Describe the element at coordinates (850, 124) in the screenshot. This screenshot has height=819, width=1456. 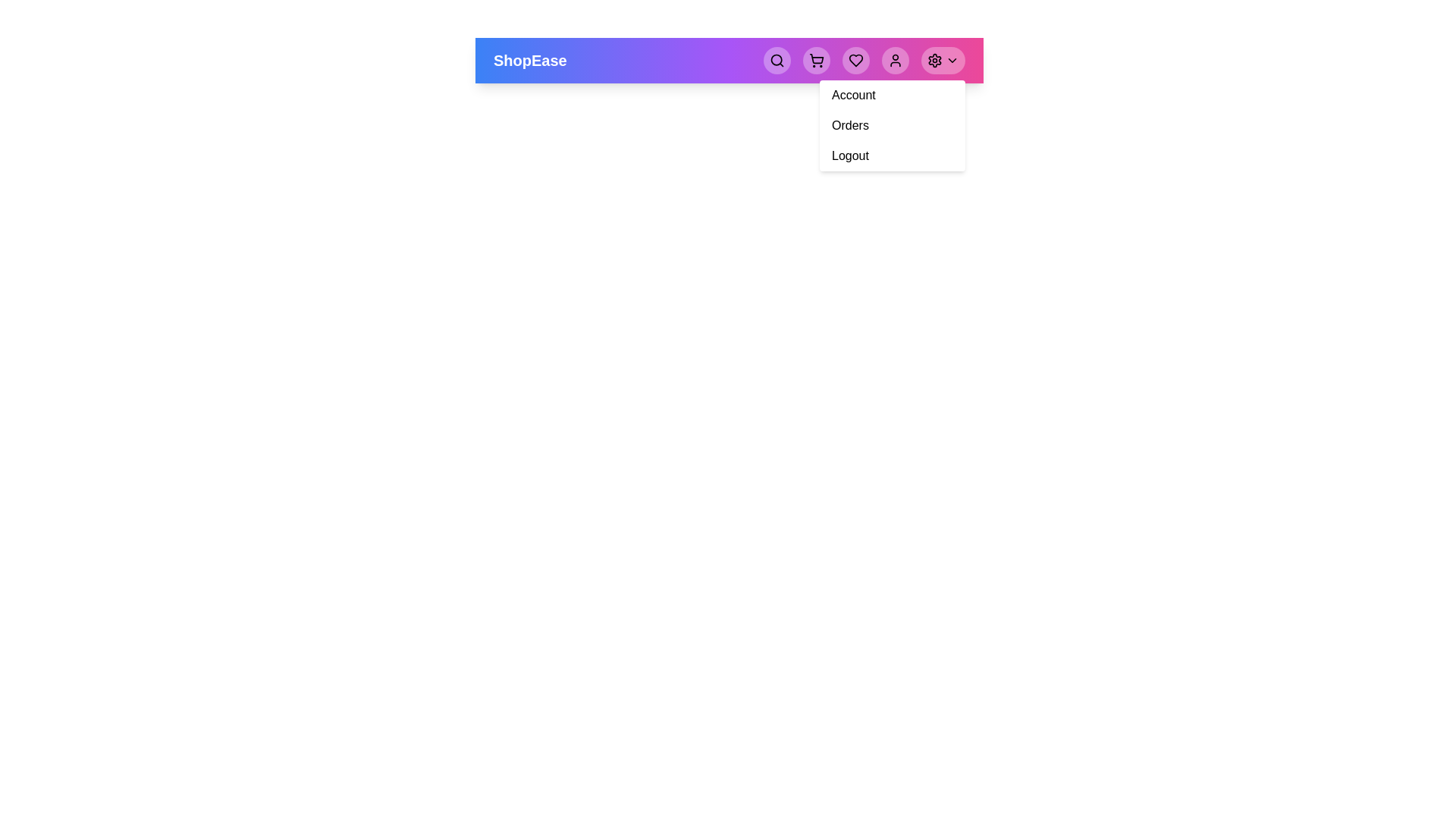
I see `the 'Orders' option in the menu` at that location.